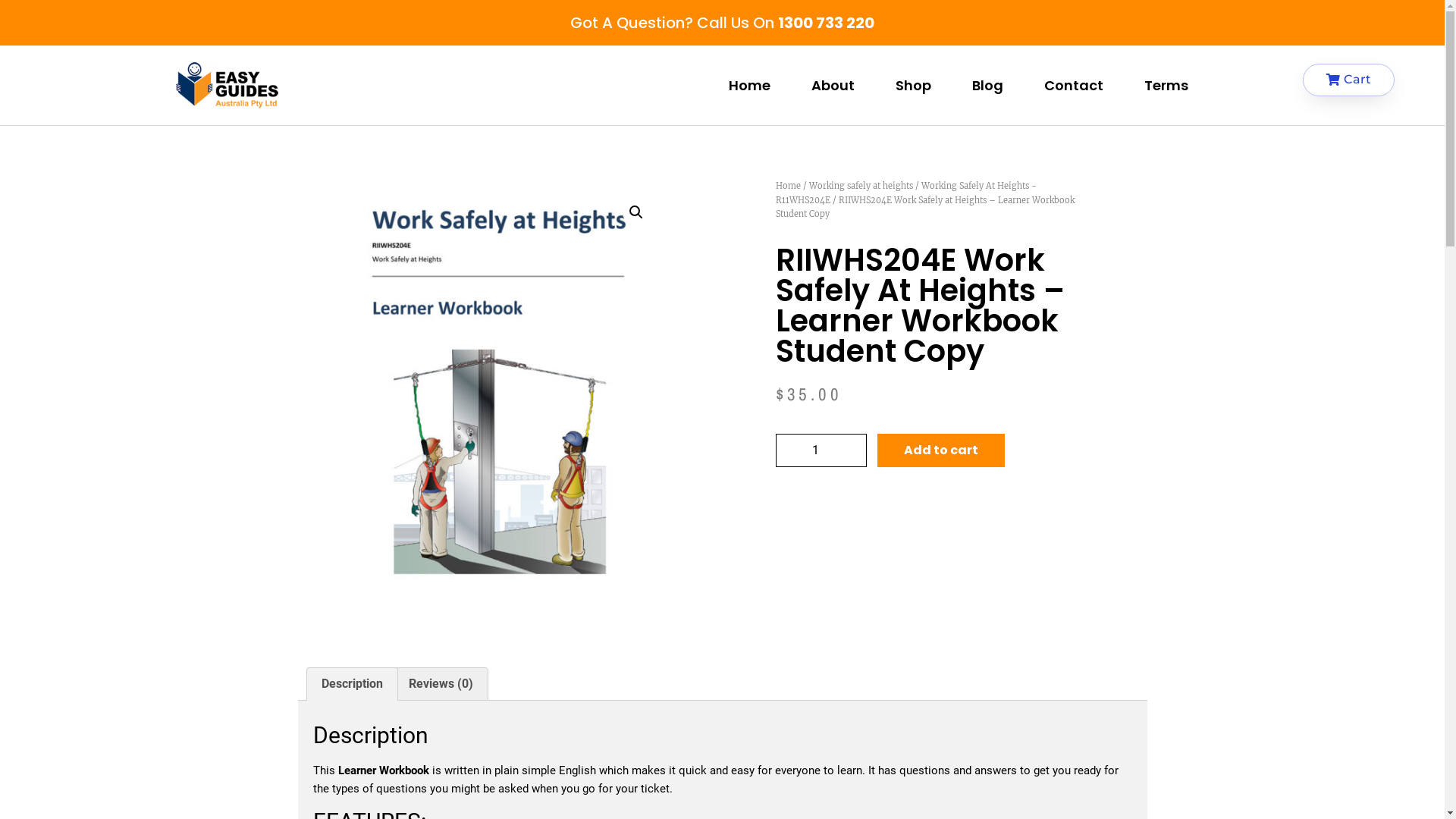  I want to click on 'Terms', so click(1165, 85).